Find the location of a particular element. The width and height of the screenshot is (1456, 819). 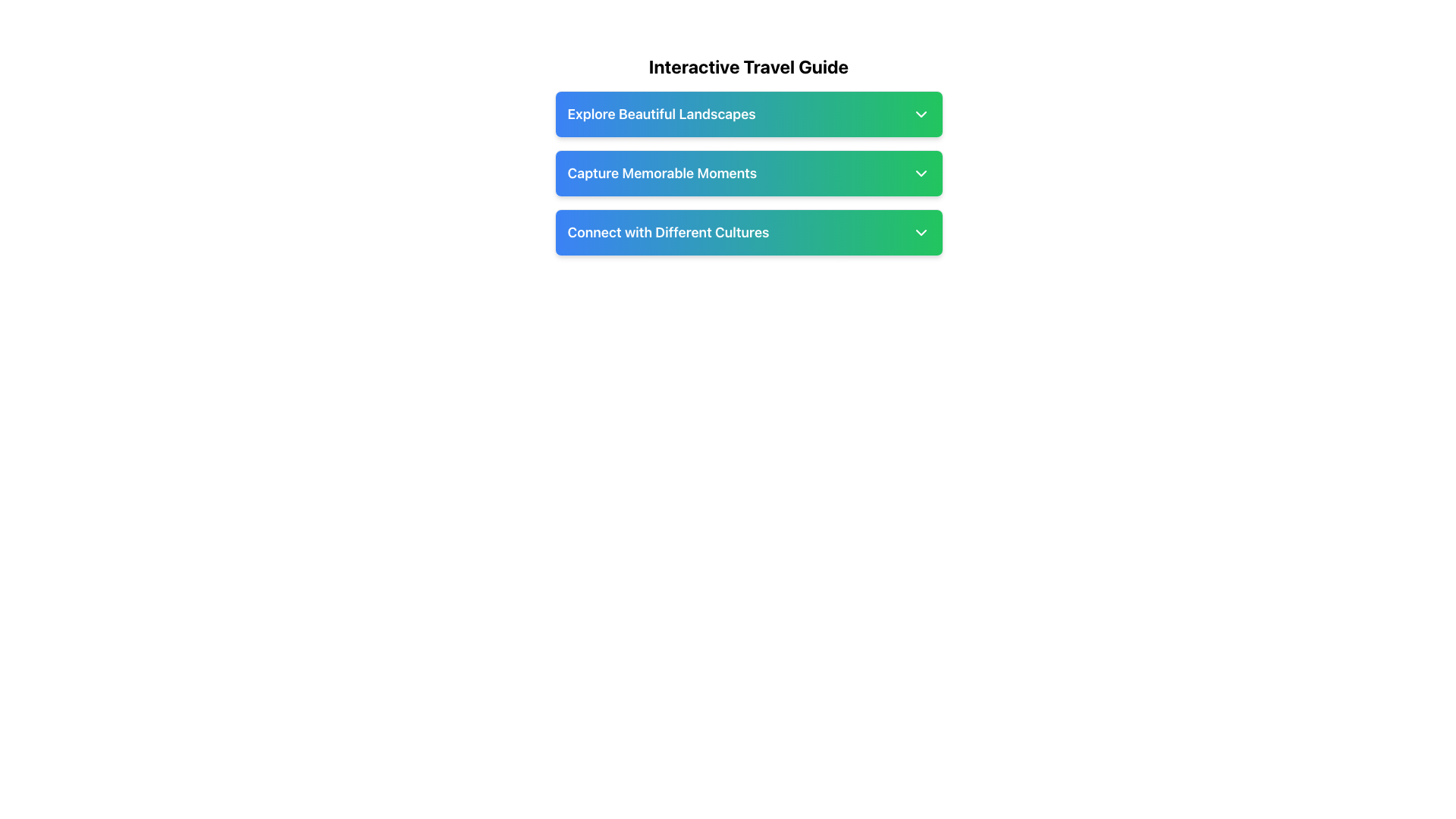

the dropdown trigger for 'Connecting with Different Cultures' is located at coordinates (748, 233).